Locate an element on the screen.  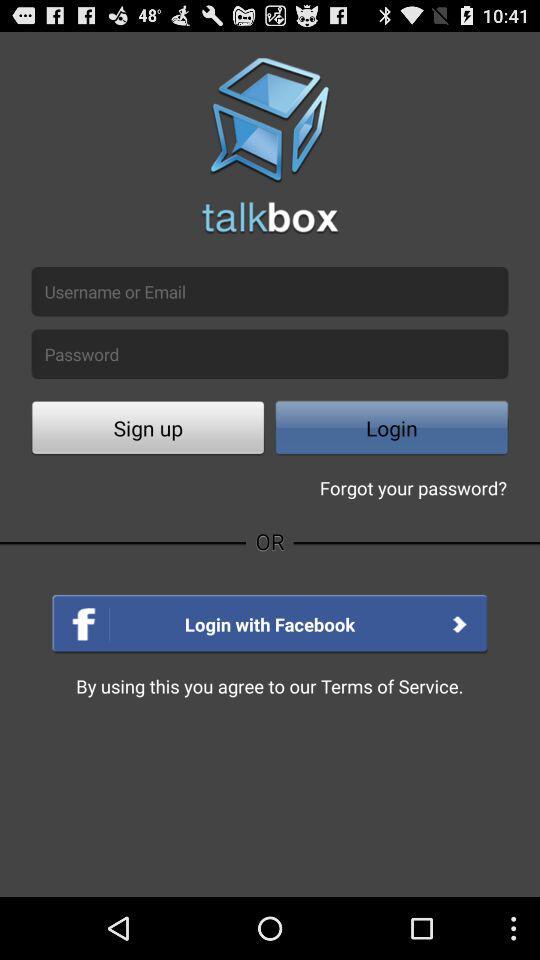
button to the left of login icon is located at coordinates (147, 430).